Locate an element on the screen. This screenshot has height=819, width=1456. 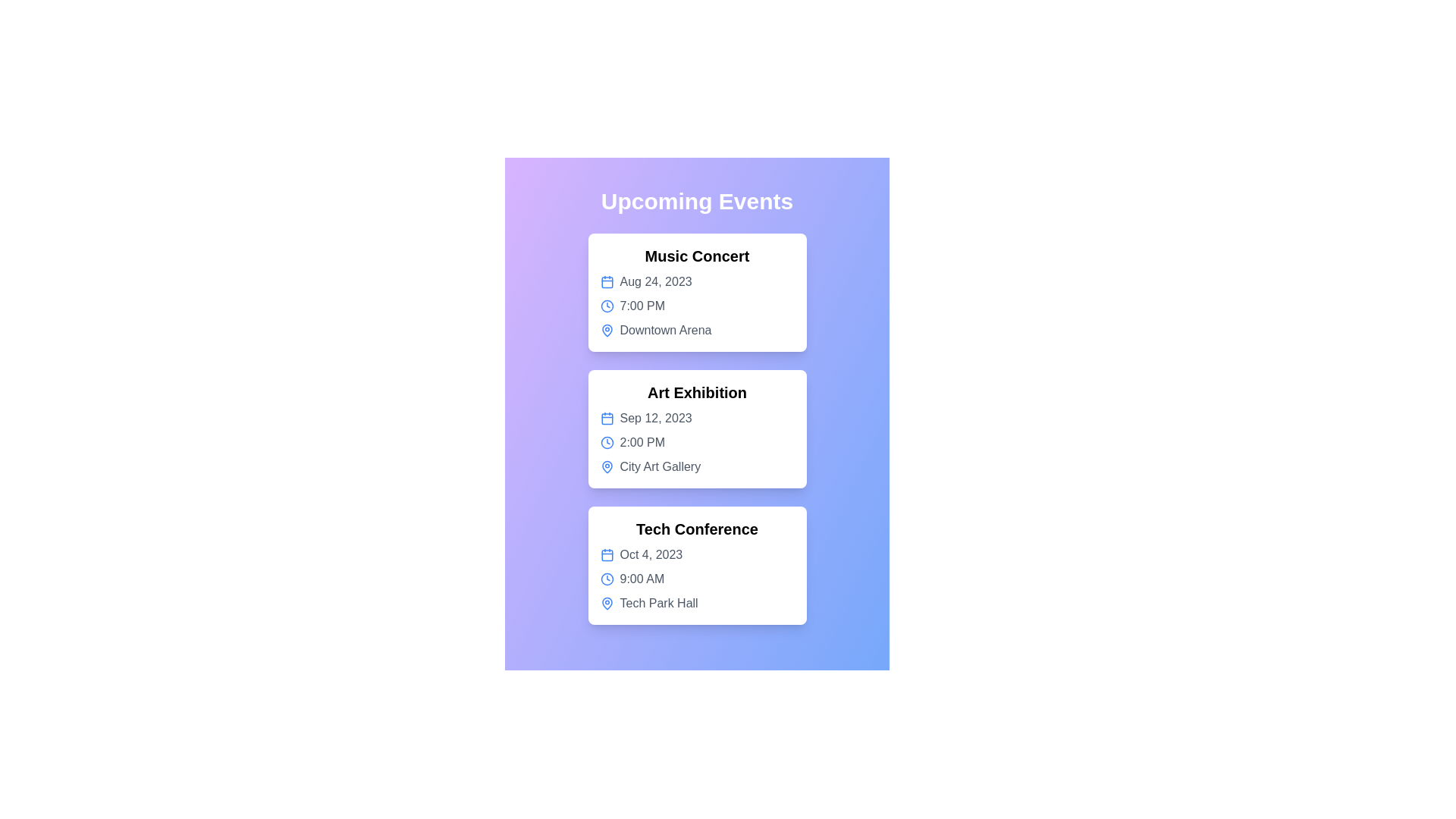
the blue rounded rectangle background of the calendar icon representing the 'Tech Conference' event is located at coordinates (607, 555).